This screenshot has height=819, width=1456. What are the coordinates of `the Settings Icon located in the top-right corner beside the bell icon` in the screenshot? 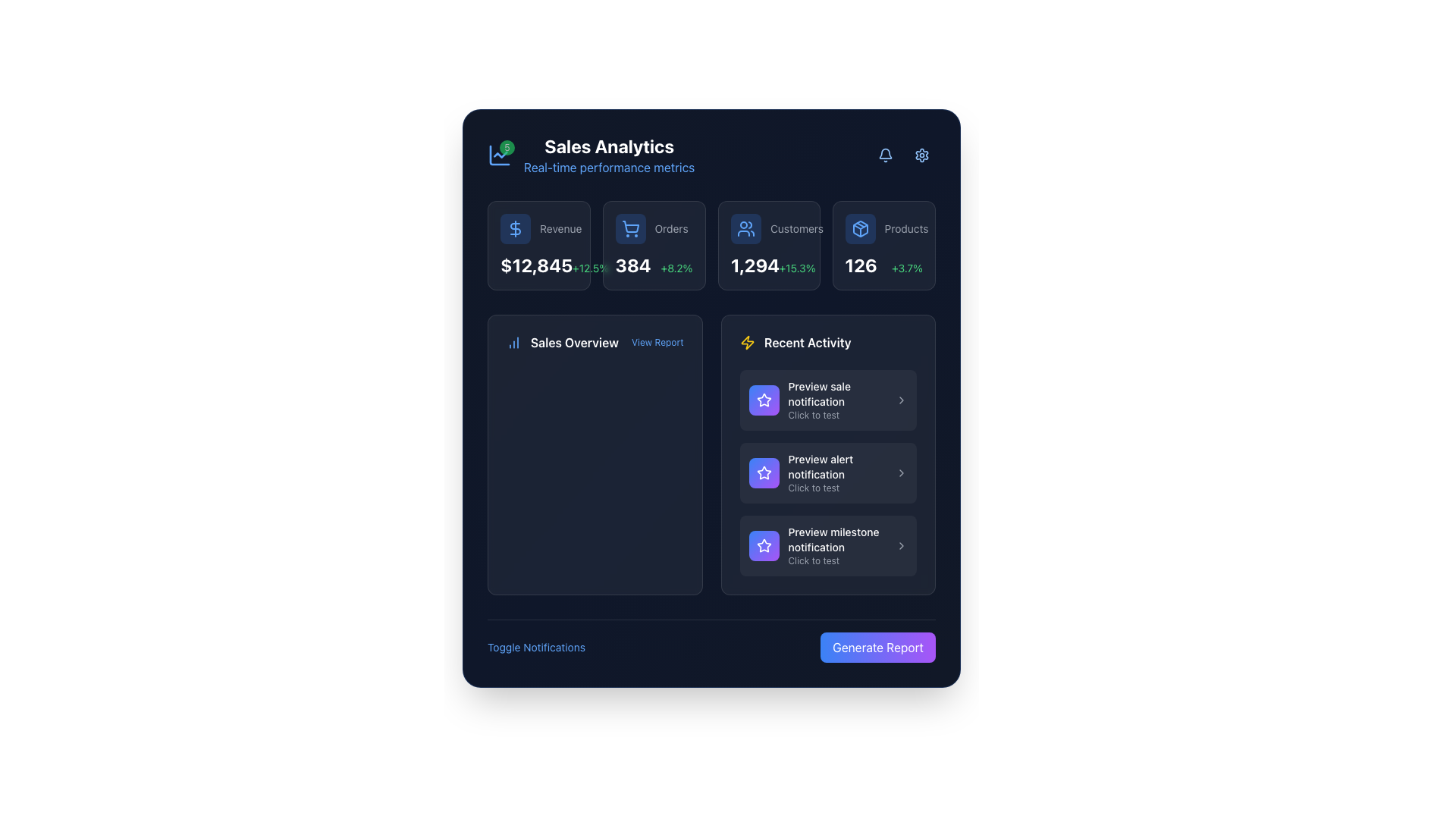 It's located at (921, 155).